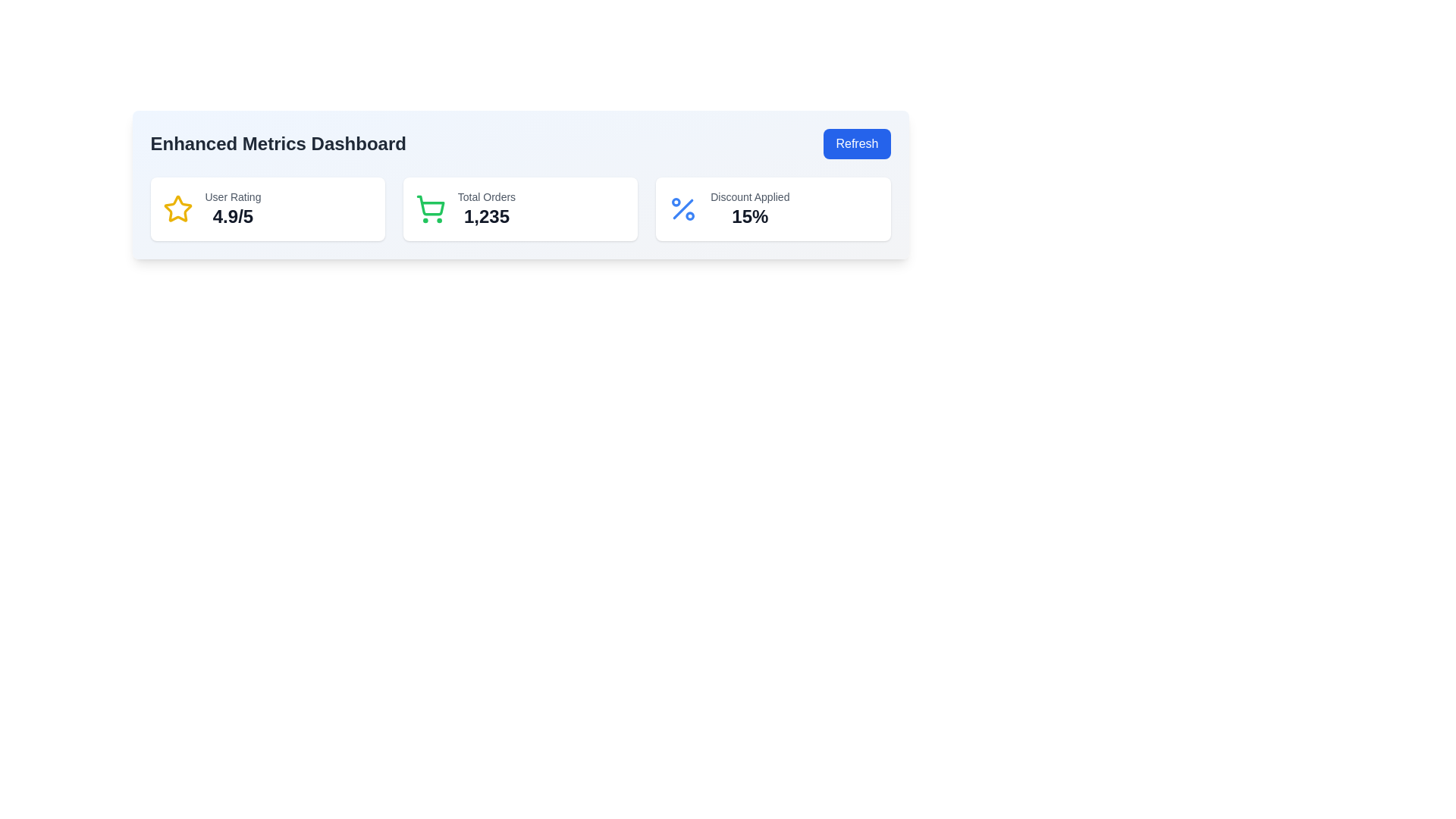  I want to click on the label that describes the total number of orders, located in the upper-left portion of the second card, above the prominently styled number '1,235', so click(486, 196).